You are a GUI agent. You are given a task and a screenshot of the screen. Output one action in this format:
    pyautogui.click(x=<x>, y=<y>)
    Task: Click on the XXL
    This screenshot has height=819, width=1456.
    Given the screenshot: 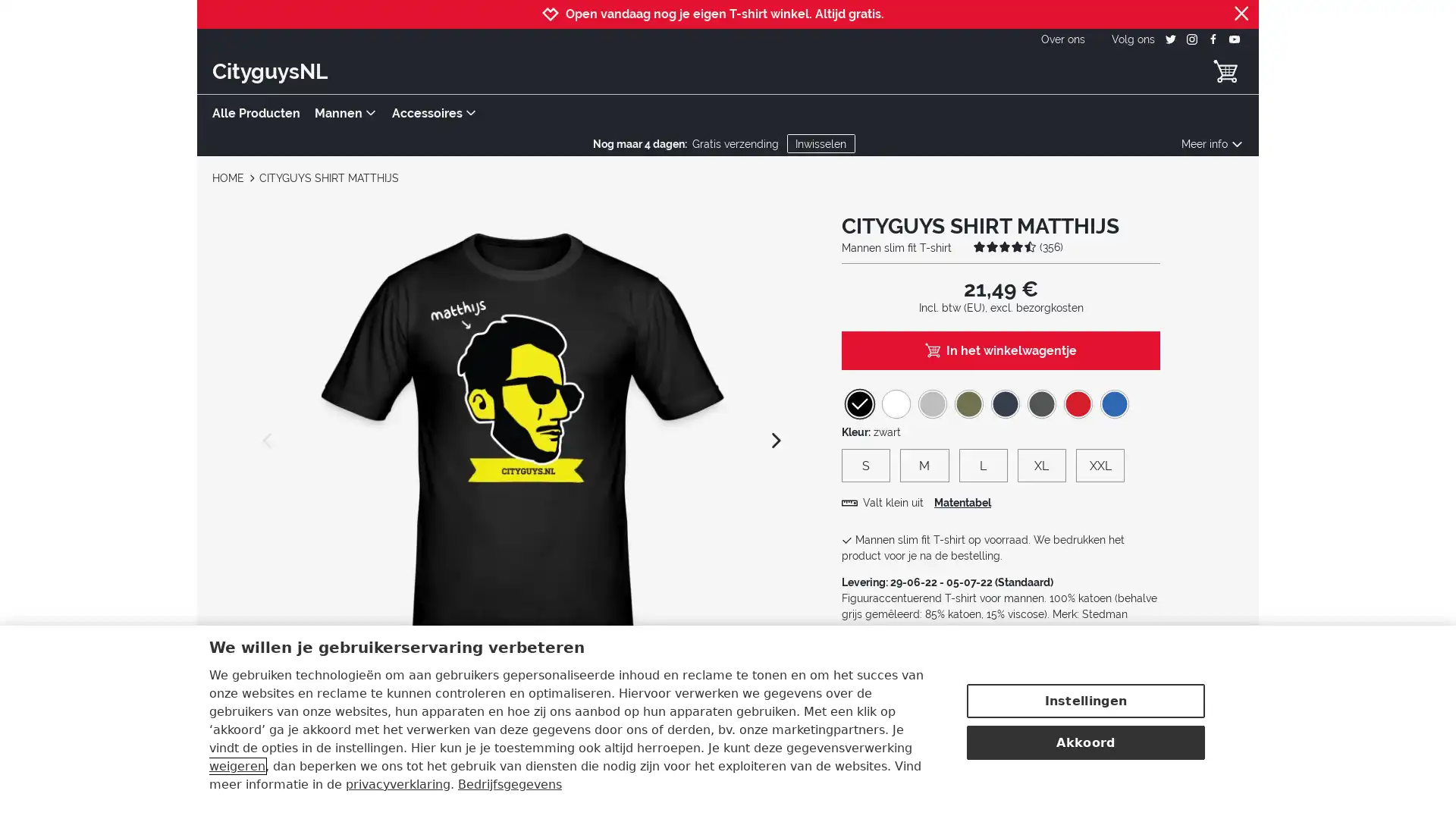 What is the action you would take?
    pyautogui.click(x=1100, y=464)
    